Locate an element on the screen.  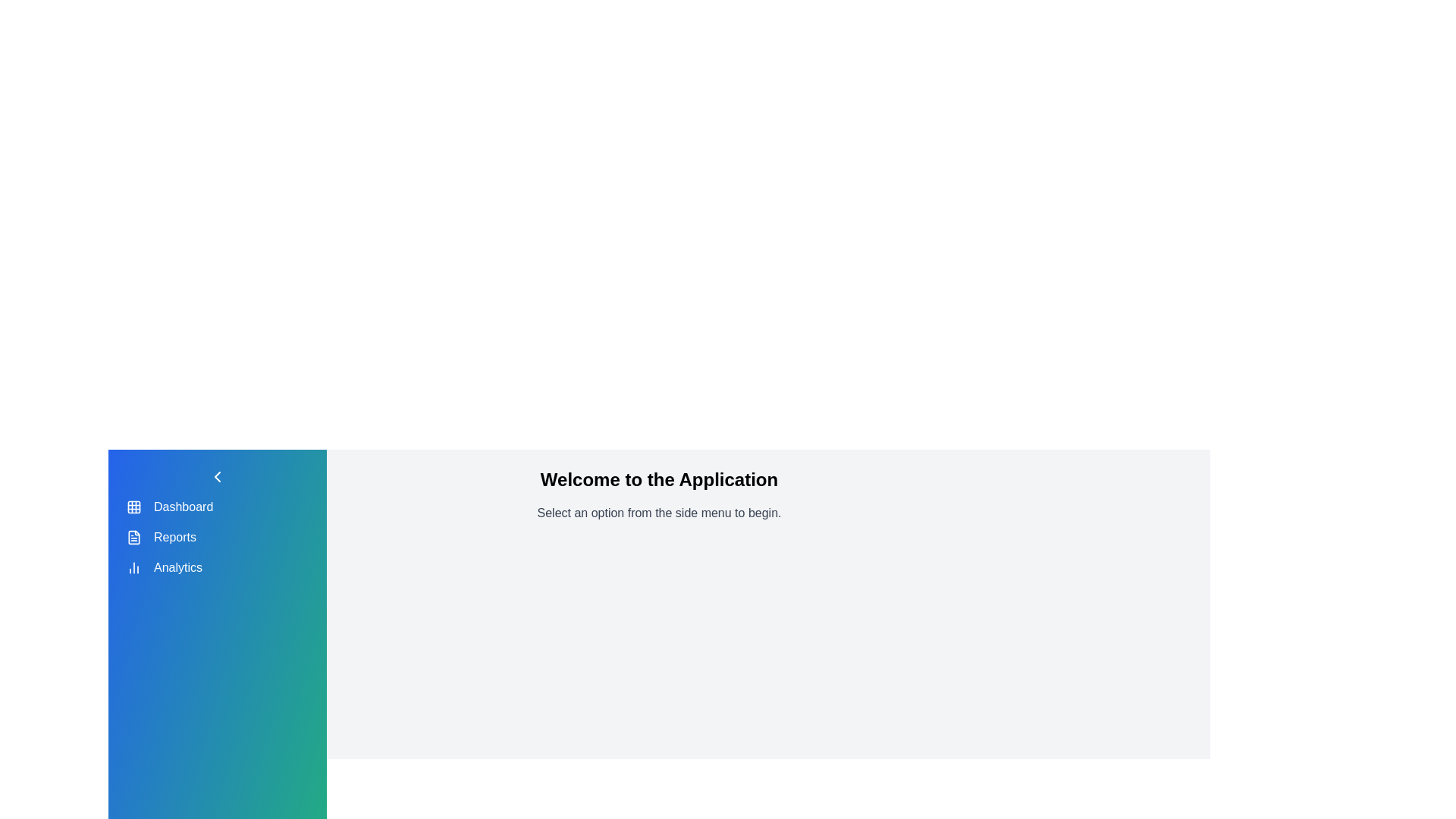
the toggle button to change the drawer state is located at coordinates (217, 475).